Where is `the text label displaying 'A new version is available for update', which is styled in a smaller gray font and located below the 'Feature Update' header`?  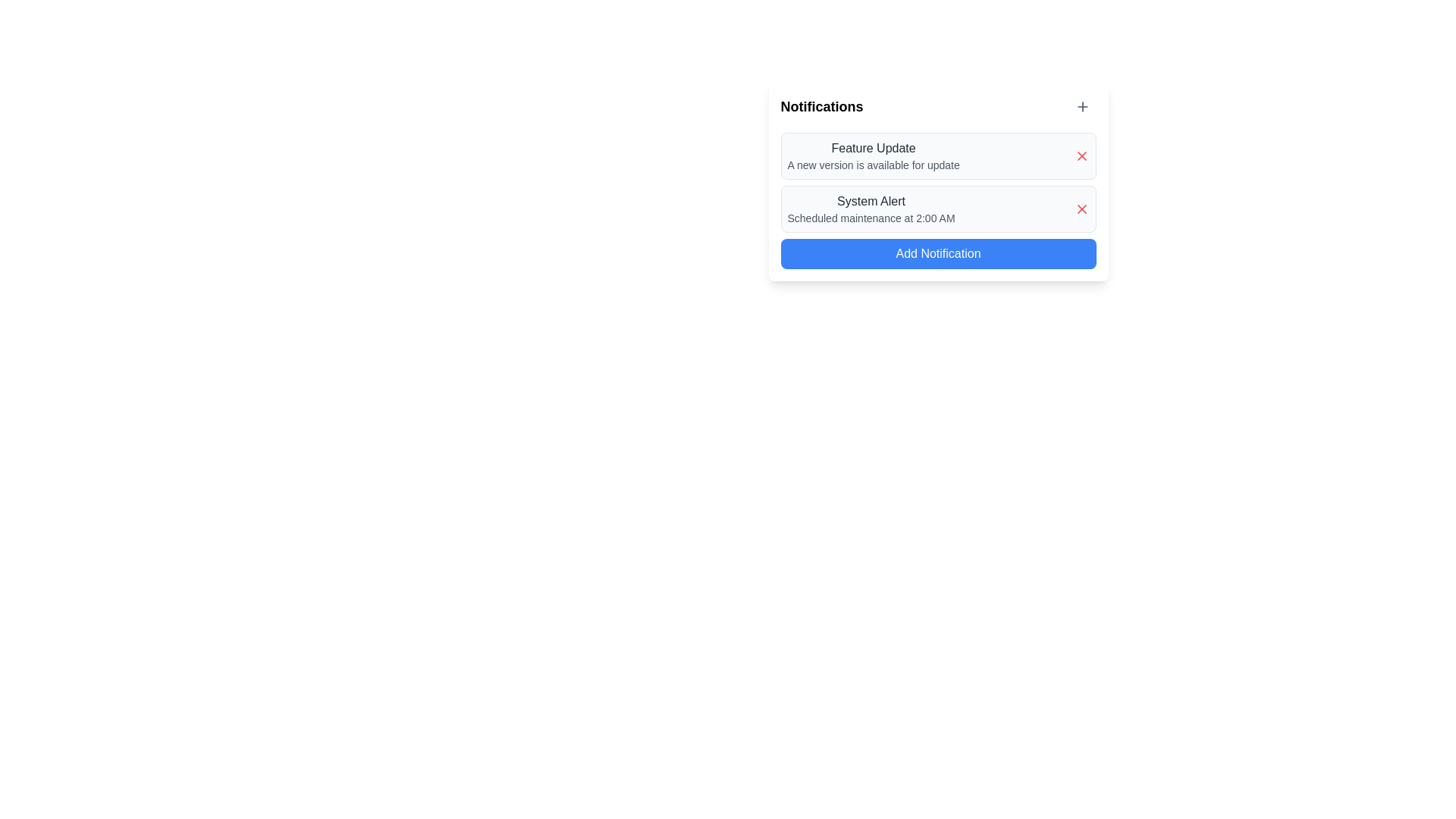
the text label displaying 'A new version is available for update', which is styled in a smaller gray font and located below the 'Feature Update' header is located at coordinates (874, 165).